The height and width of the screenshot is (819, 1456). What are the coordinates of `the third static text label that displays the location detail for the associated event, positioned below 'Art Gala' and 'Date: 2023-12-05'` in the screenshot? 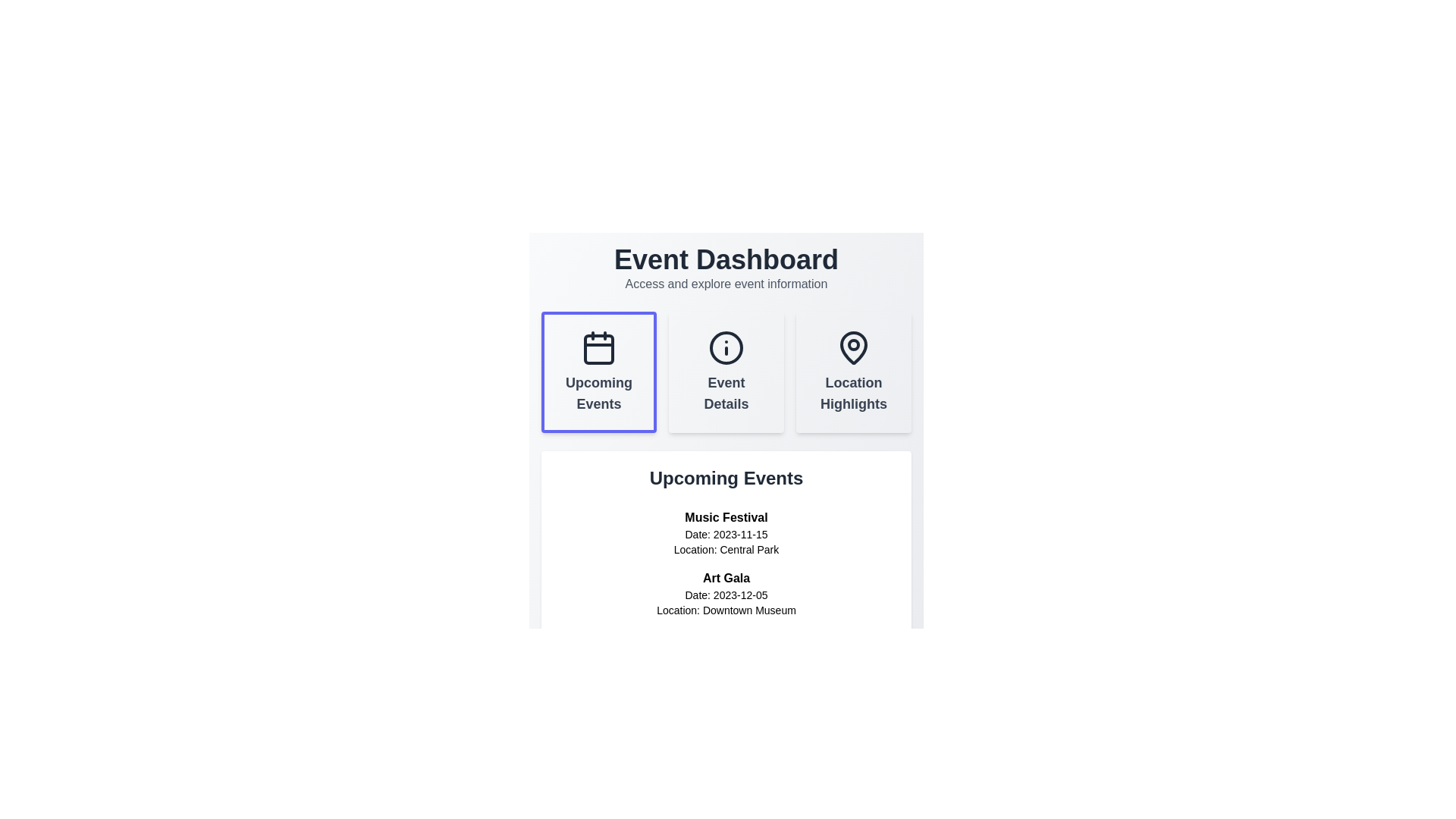 It's located at (726, 610).